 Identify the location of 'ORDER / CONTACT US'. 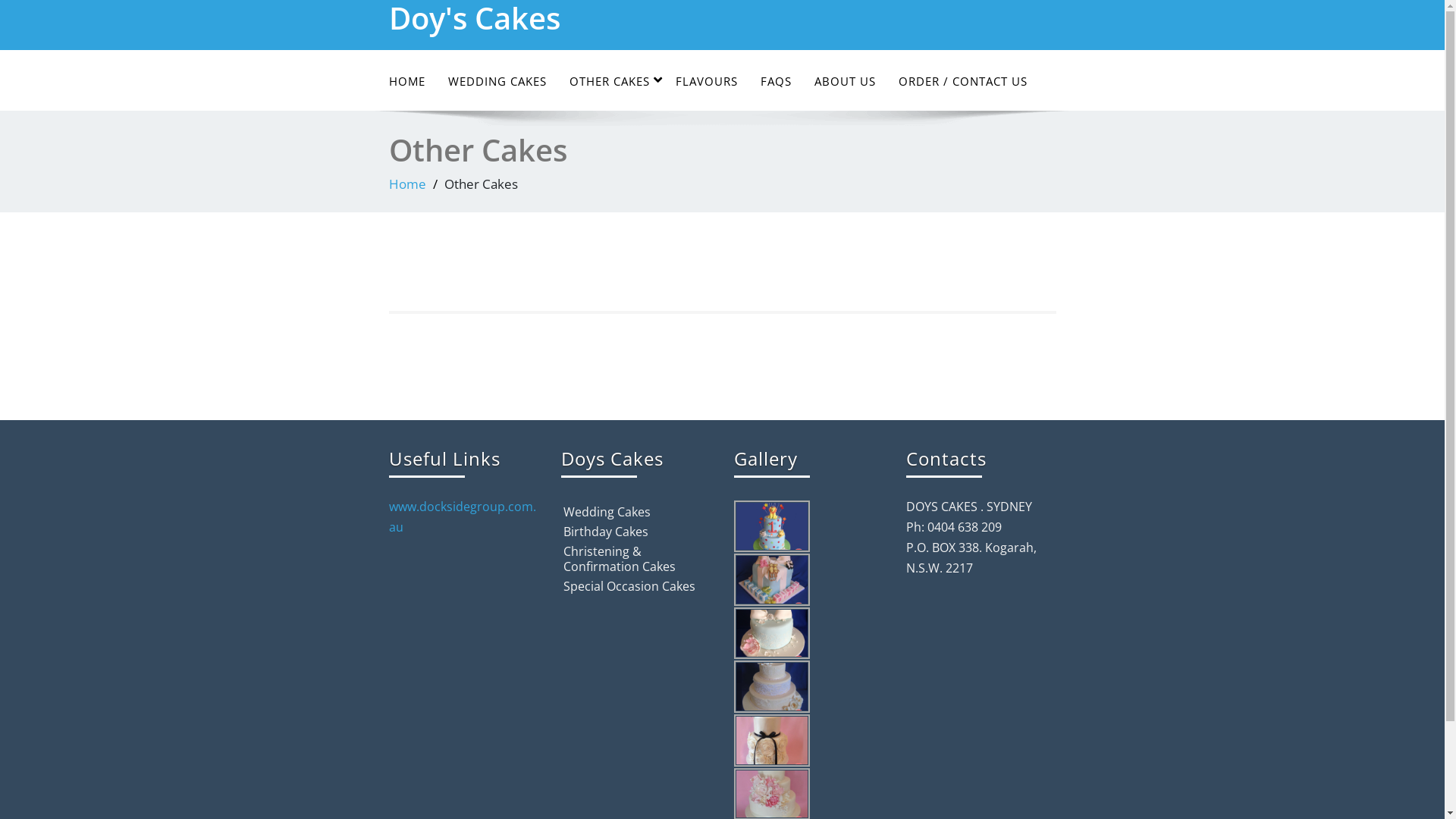
(962, 81).